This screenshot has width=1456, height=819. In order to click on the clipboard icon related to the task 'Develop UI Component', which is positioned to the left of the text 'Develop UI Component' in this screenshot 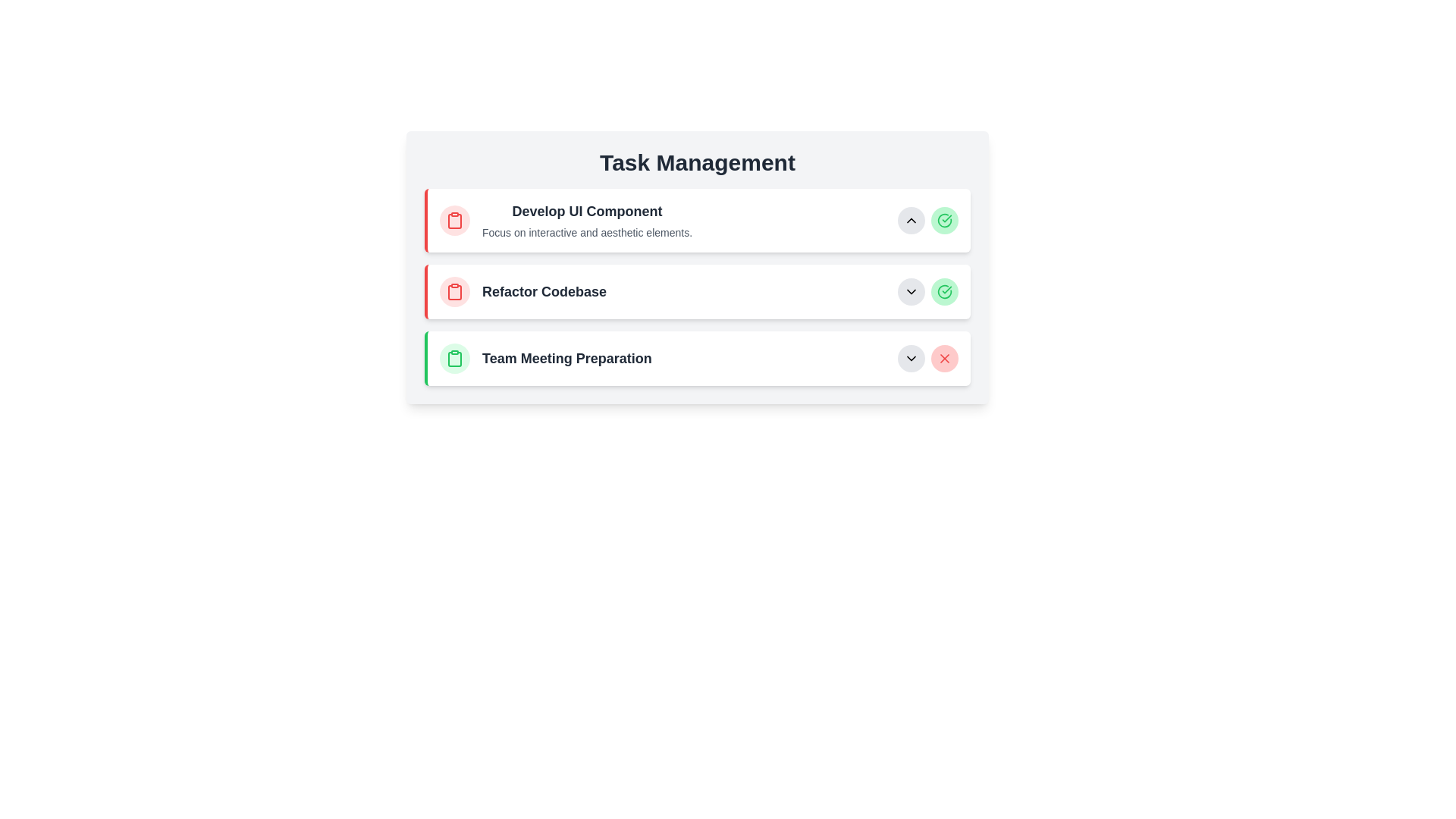, I will do `click(454, 221)`.